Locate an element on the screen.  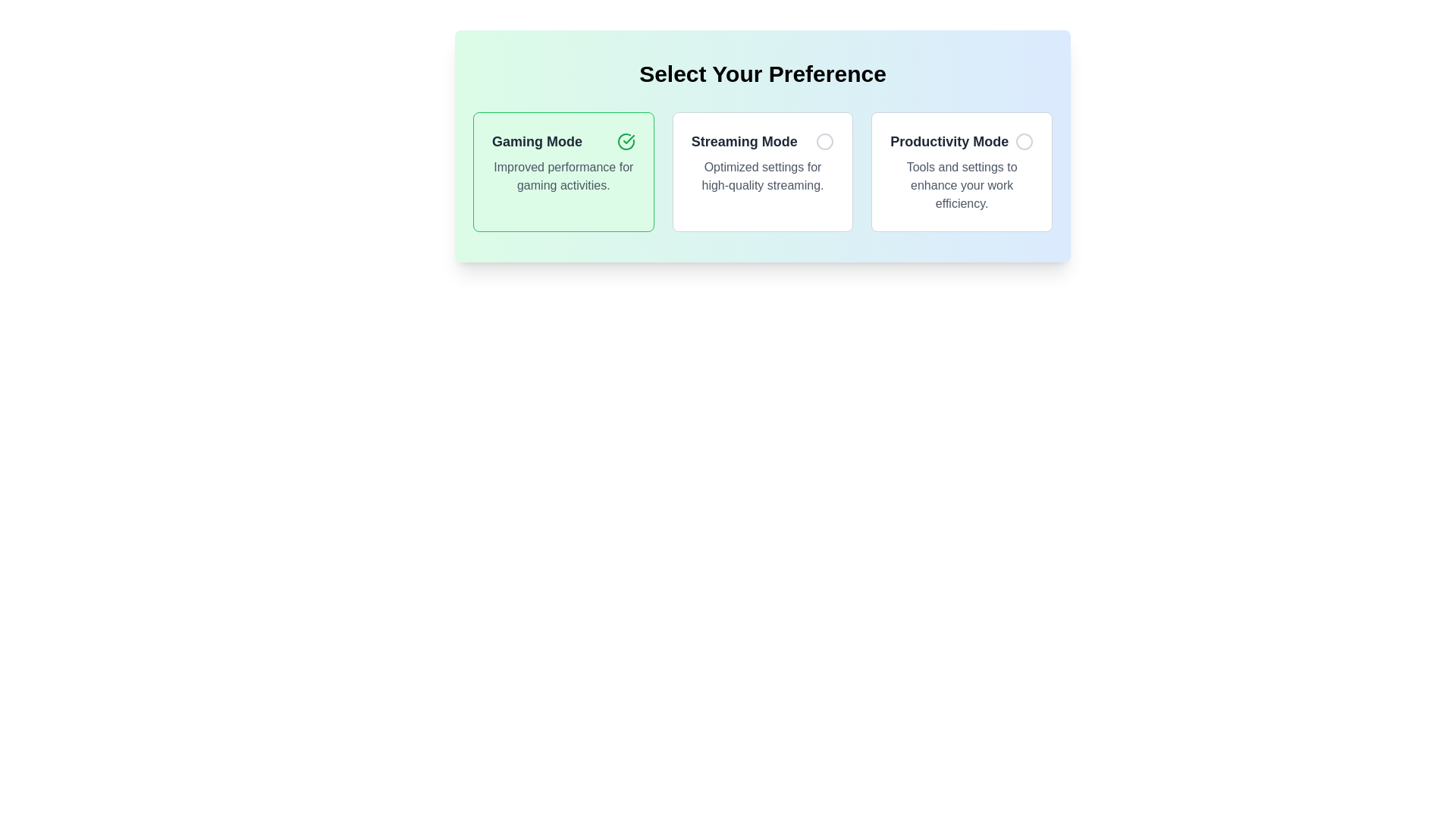
the radio button indicator for 'Productivity Mode' is located at coordinates (1024, 141).